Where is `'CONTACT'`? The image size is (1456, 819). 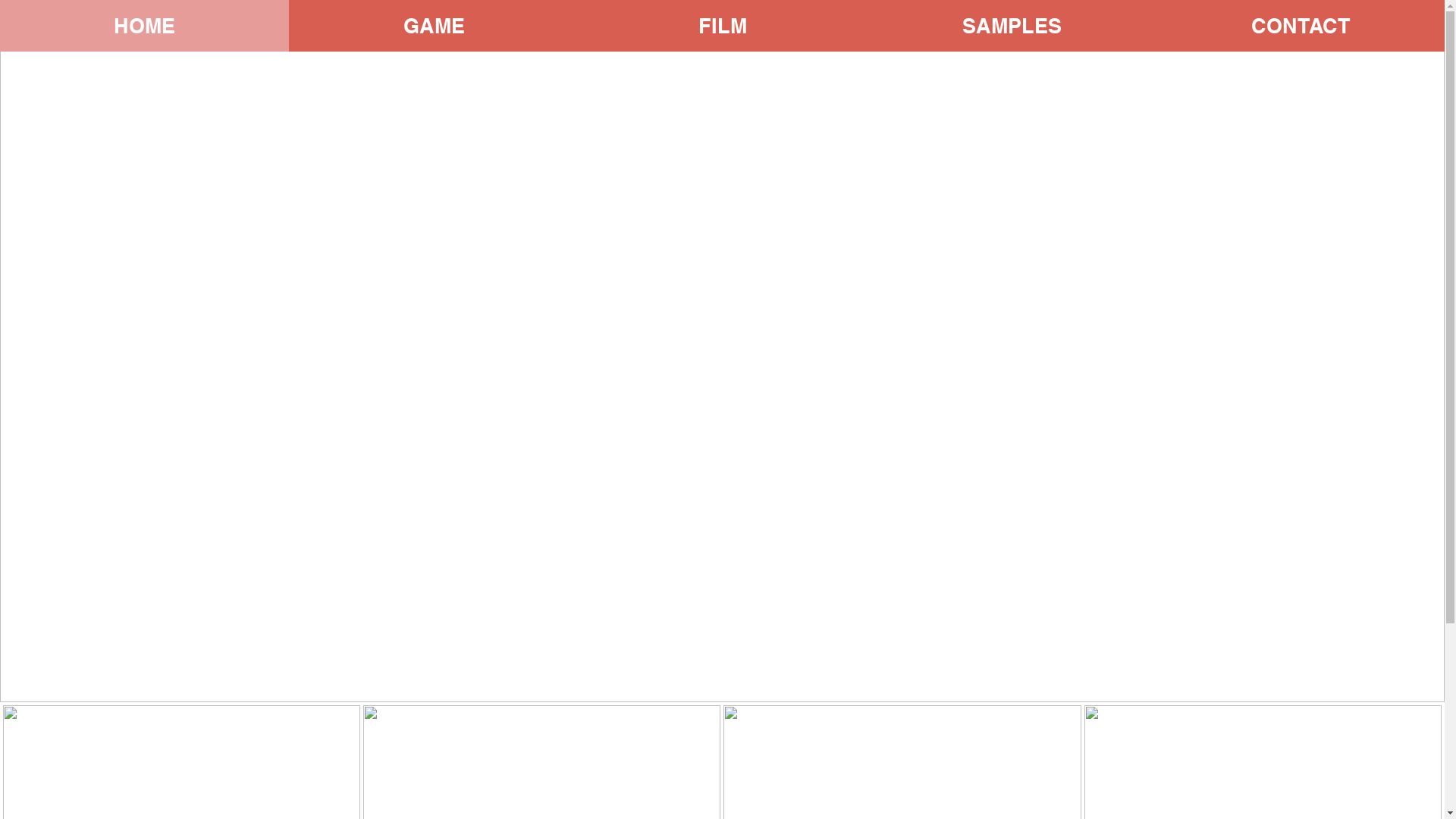 'CONTACT' is located at coordinates (1299, 26).